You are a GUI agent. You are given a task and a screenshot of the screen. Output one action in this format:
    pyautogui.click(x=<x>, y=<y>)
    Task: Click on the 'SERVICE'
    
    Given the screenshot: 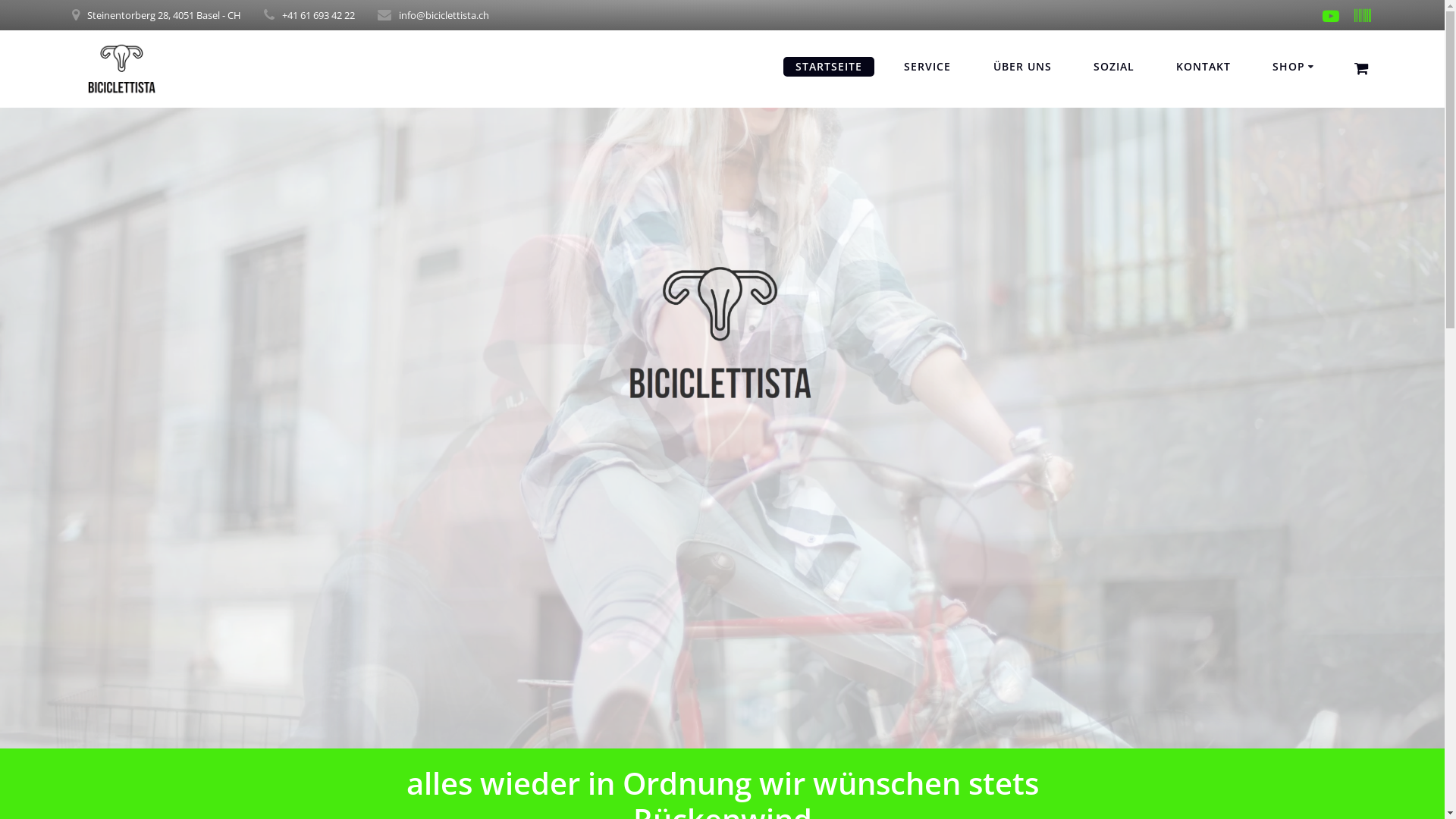 What is the action you would take?
    pyautogui.click(x=927, y=66)
    